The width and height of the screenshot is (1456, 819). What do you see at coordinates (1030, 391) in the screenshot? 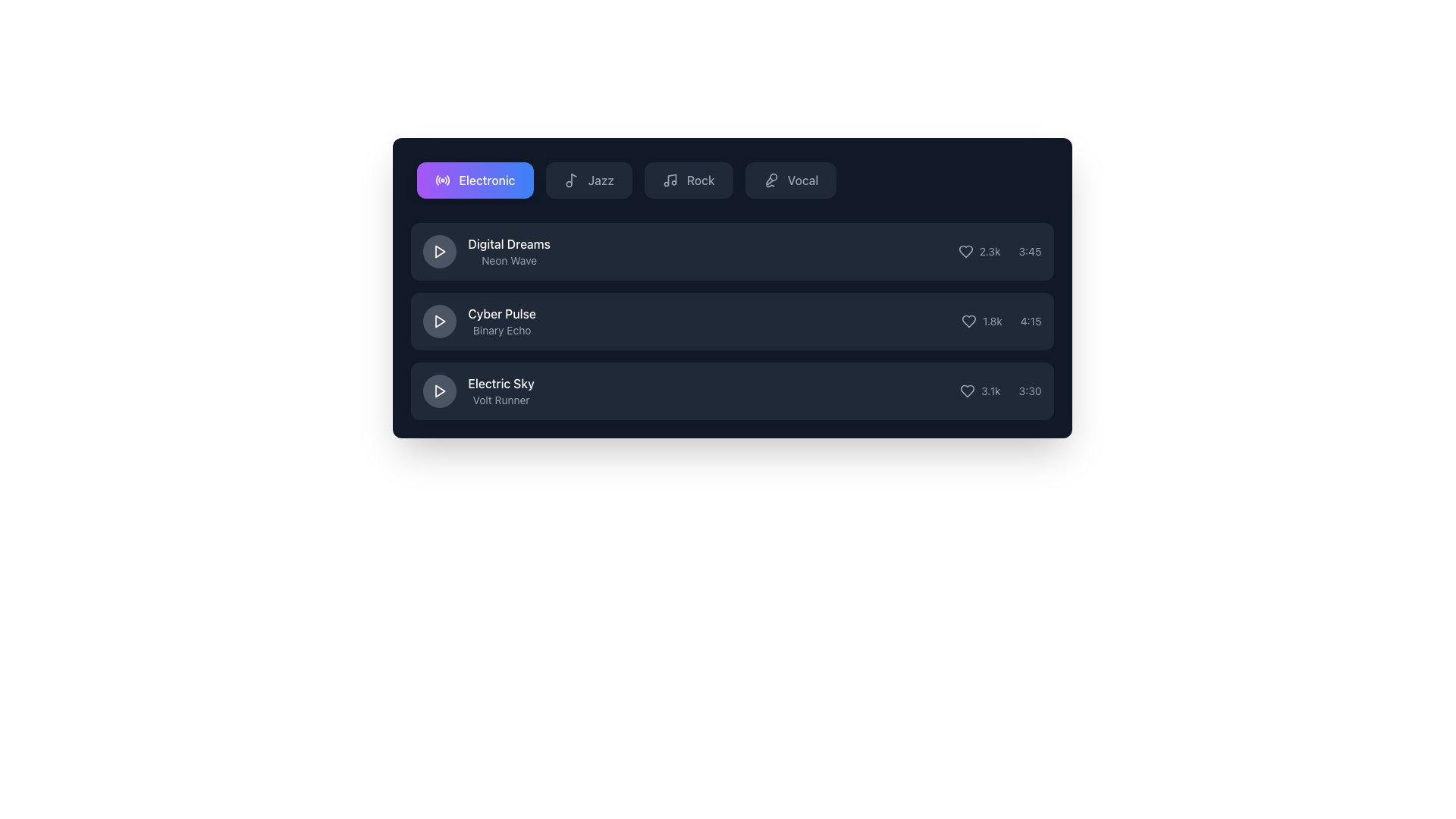
I see `text displayed in the Text Label located at the far-right end of the third row, next to a '3.1k' text and a heart icon` at bounding box center [1030, 391].